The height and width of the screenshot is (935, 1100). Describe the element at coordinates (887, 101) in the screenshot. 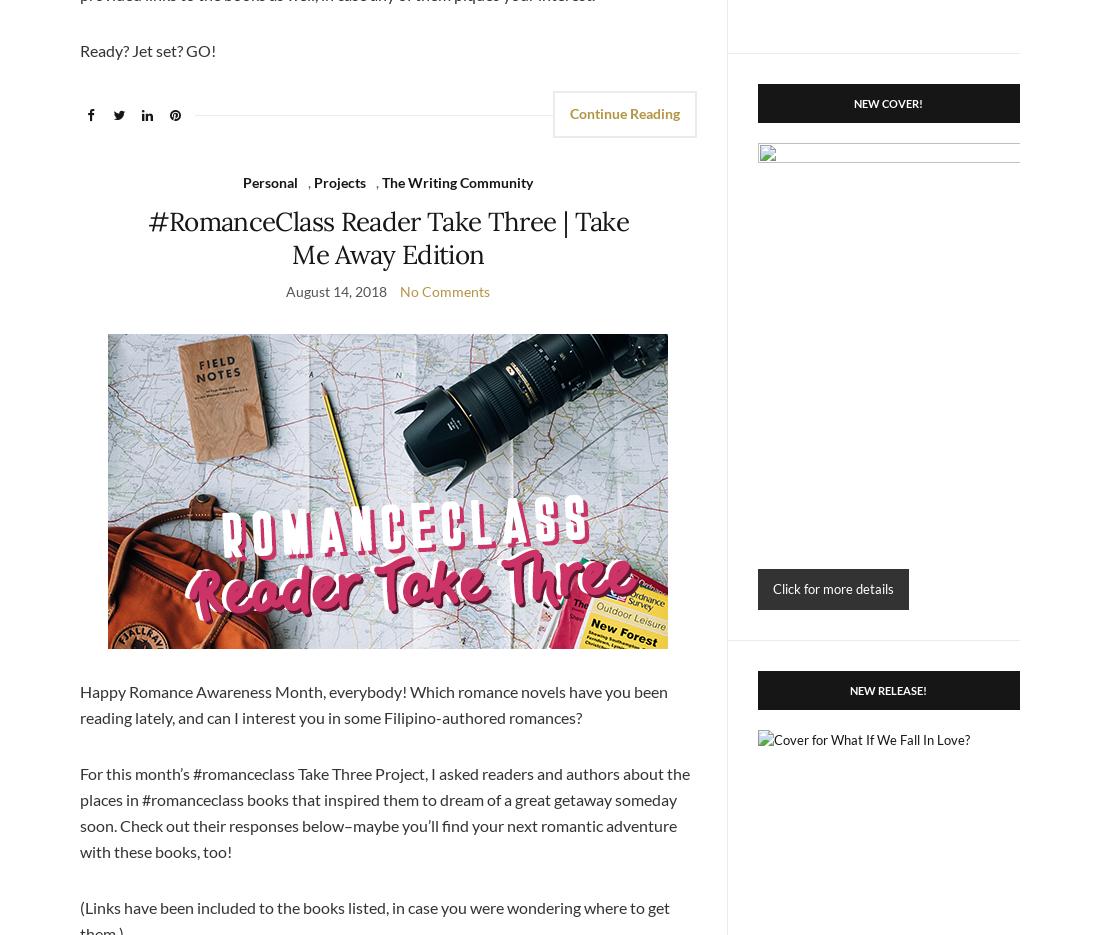

I see `'NEW COVER!'` at that location.